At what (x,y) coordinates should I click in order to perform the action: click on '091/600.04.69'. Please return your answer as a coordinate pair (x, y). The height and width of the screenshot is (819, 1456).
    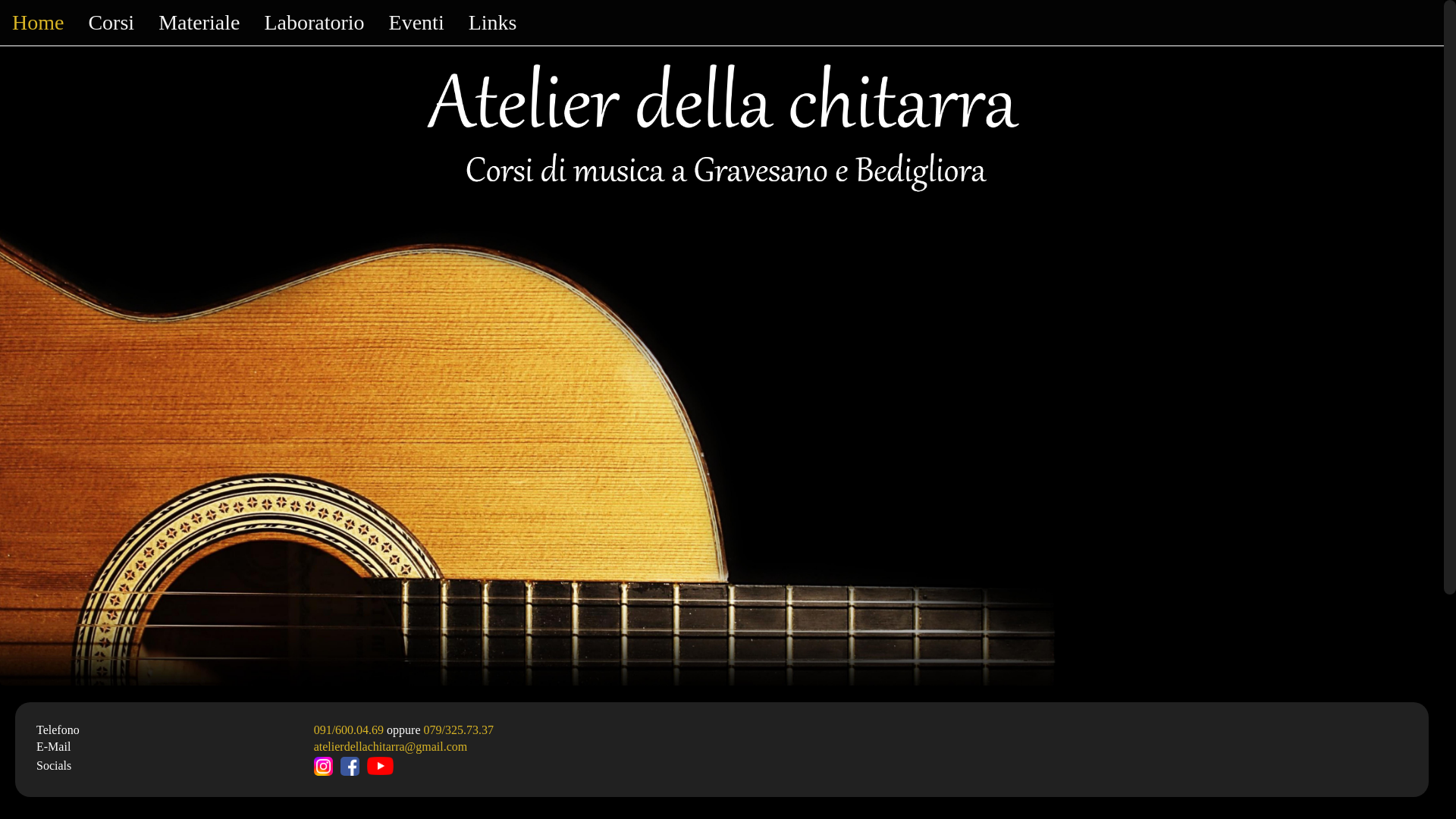
    Looking at the image, I should click on (348, 729).